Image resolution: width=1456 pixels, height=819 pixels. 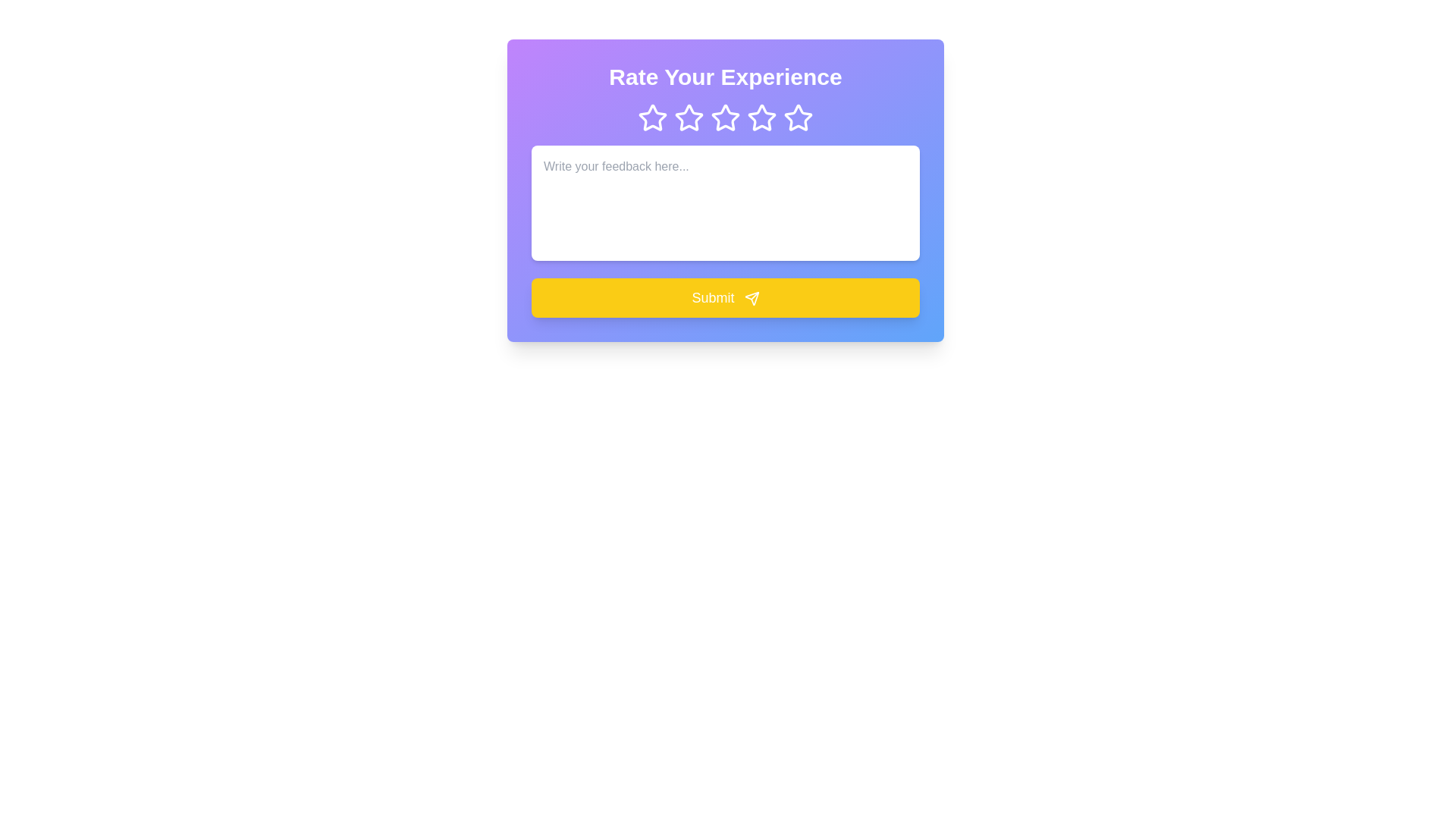 What do you see at coordinates (688, 117) in the screenshot?
I see `on the second star from the left in the rating feedback system` at bounding box center [688, 117].